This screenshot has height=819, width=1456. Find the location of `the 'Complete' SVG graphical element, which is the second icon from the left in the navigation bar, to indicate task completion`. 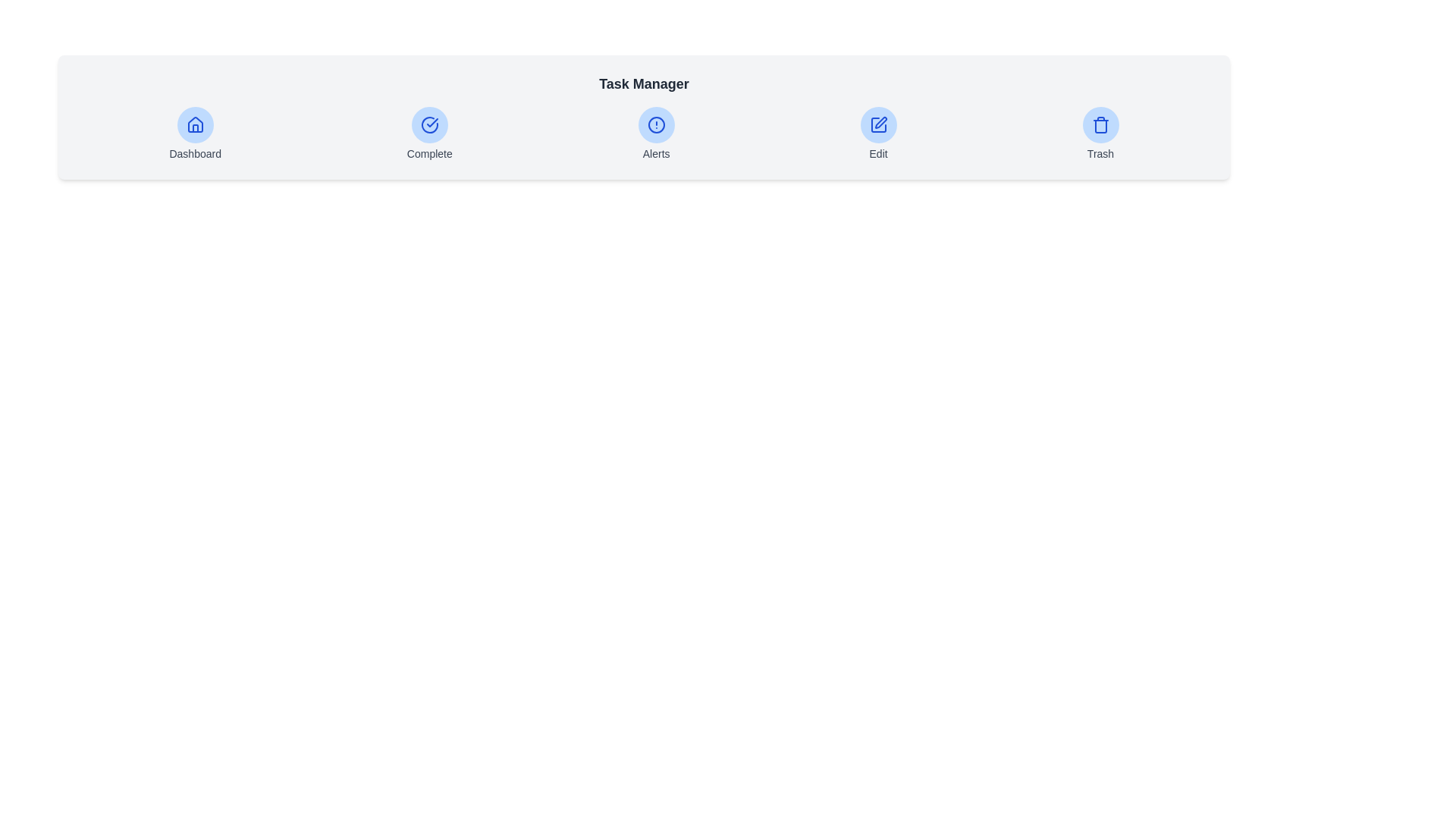

the 'Complete' SVG graphical element, which is the second icon from the left in the navigation bar, to indicate task completion is located at coordinates (431, 122).